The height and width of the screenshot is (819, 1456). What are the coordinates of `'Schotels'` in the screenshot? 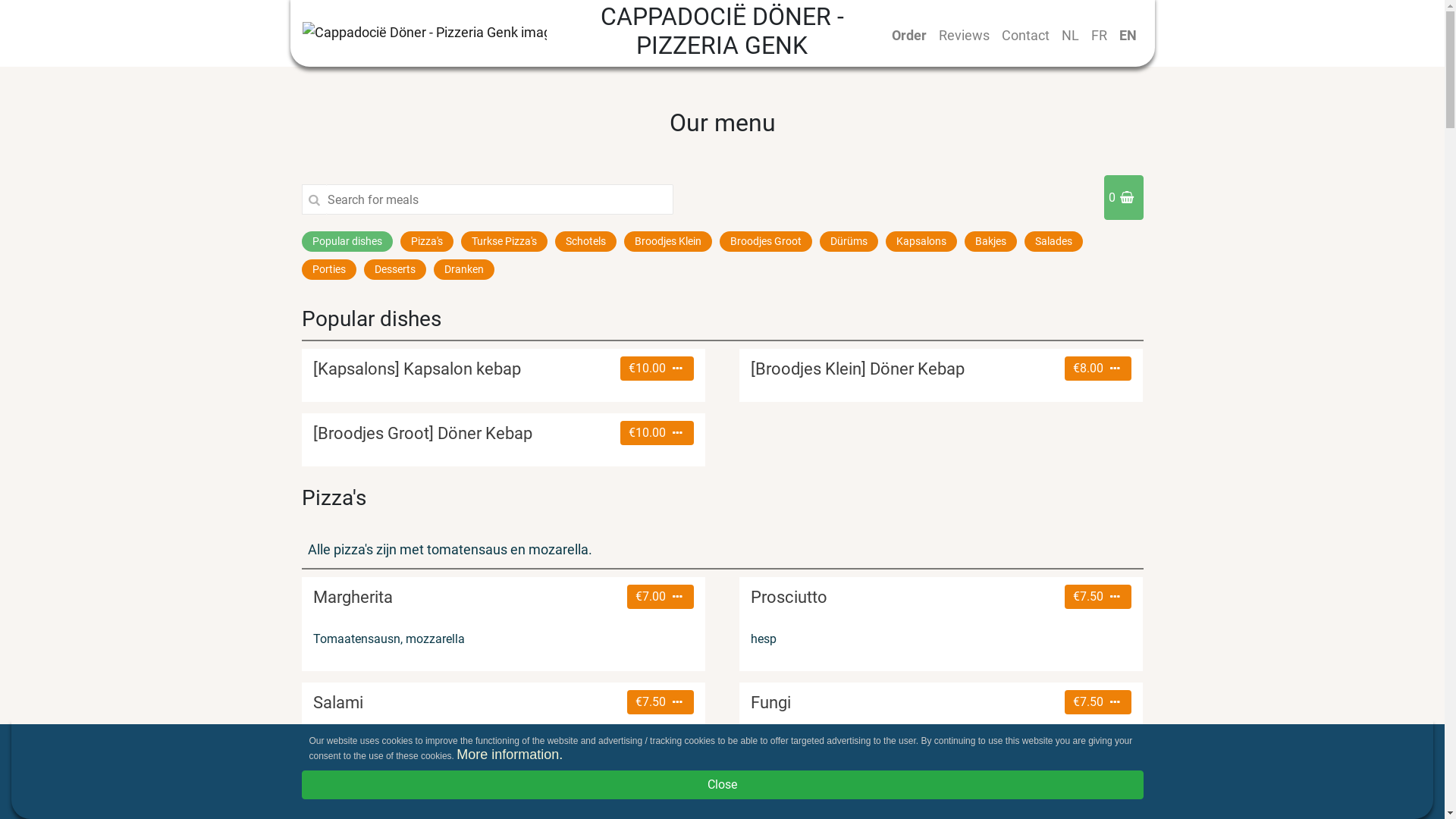 It's located at (585, 240).